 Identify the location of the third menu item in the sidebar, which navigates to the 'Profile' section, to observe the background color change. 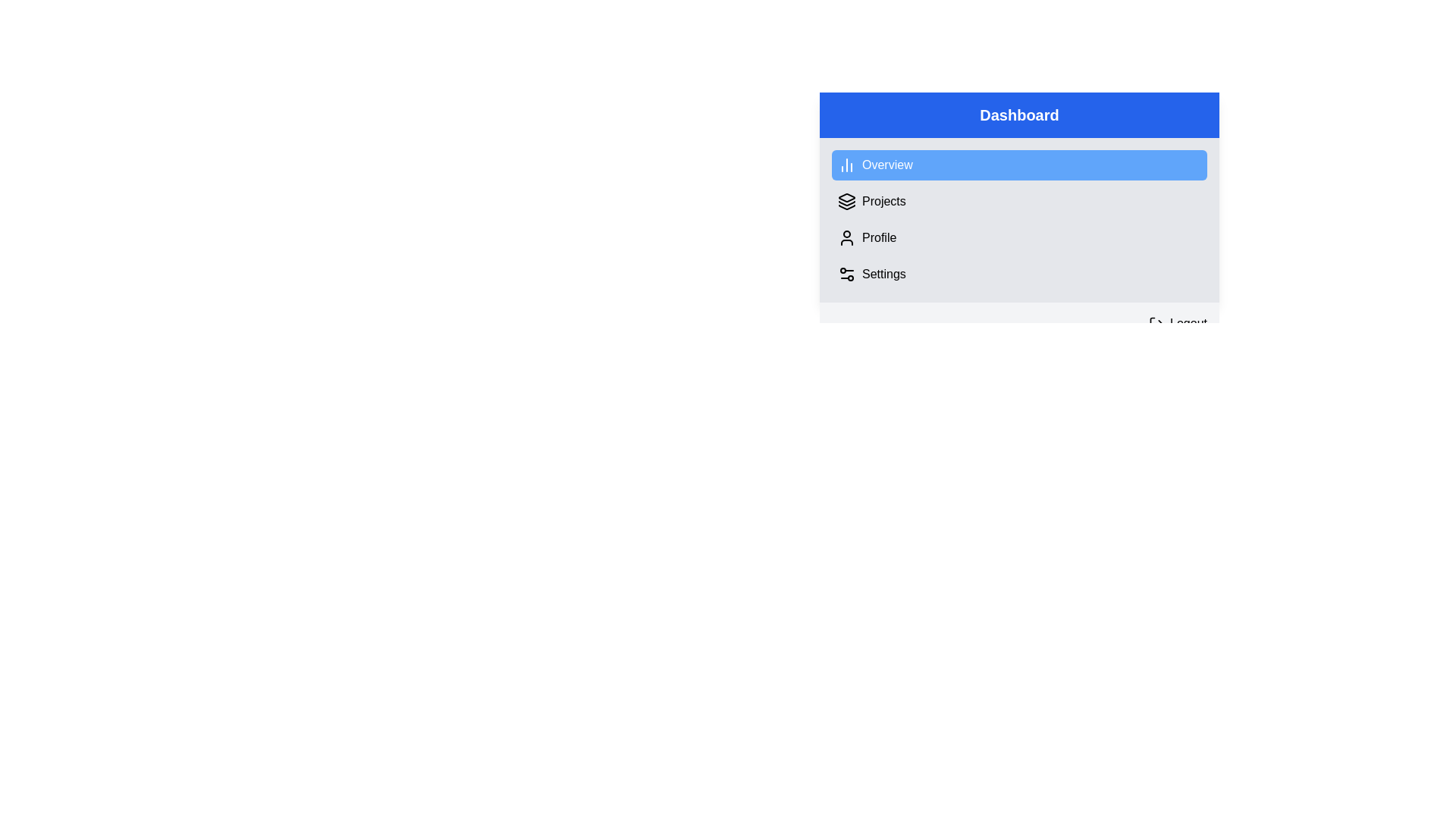
(1019, 237).